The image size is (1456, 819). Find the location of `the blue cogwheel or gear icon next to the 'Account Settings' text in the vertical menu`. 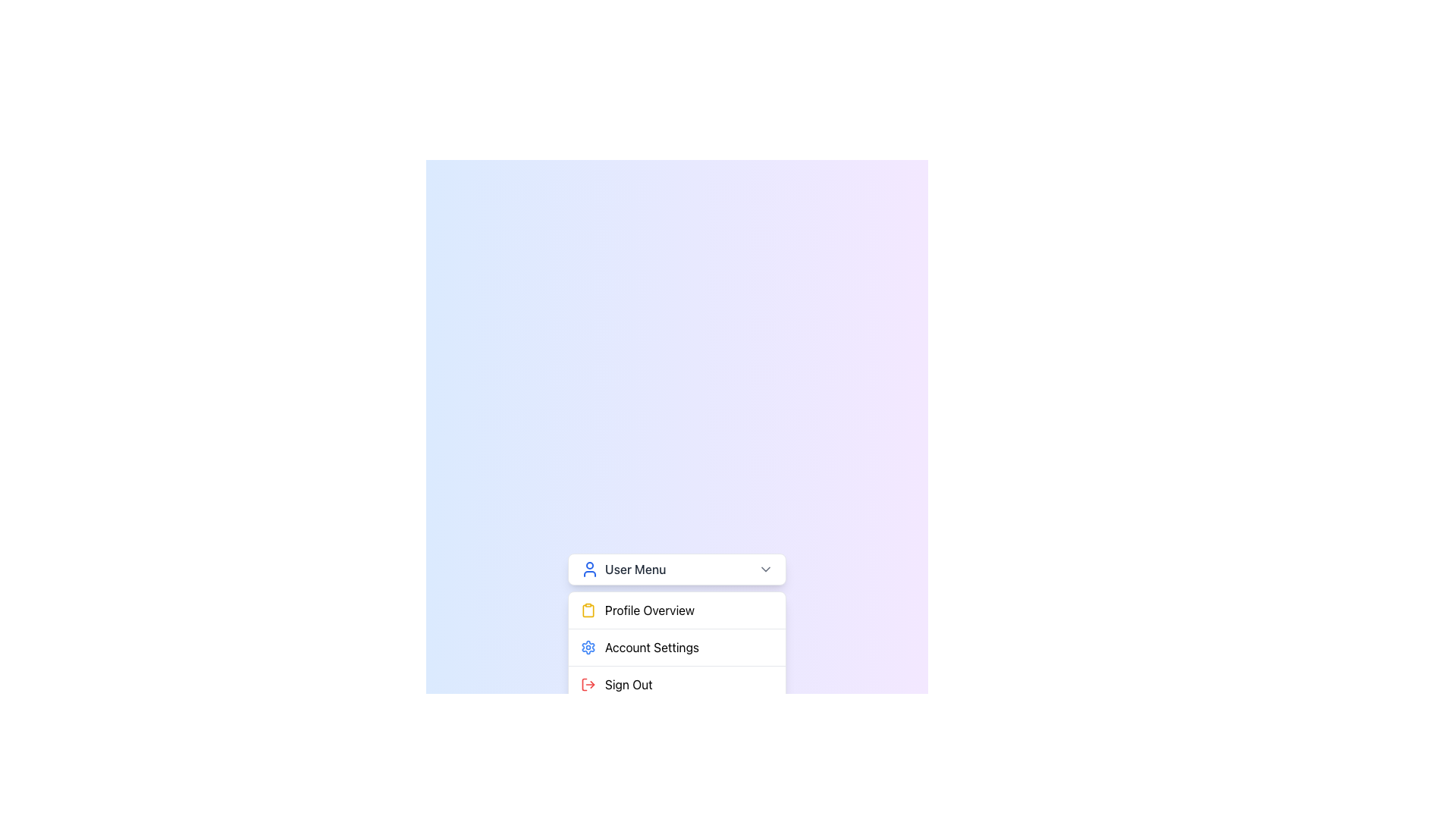

the blue cogwheel or gear icon next to the 'Account Settings' text in the vertical menu is located at coordinates (588, 647).